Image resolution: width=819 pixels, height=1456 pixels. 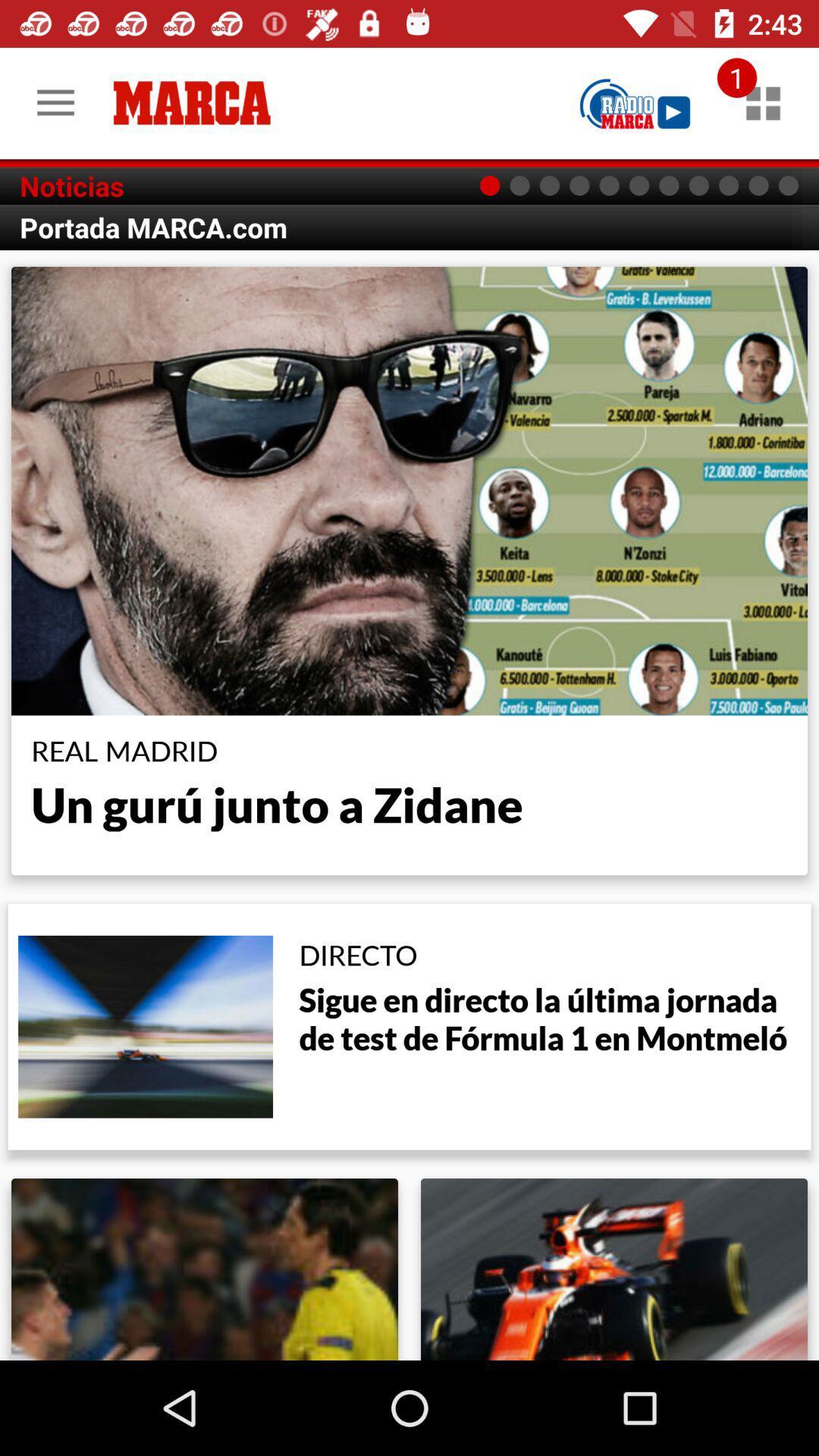 What do you see at coordinates (635, 102) in the screenshot?
I see `open page` at bounding box center [635, 102].